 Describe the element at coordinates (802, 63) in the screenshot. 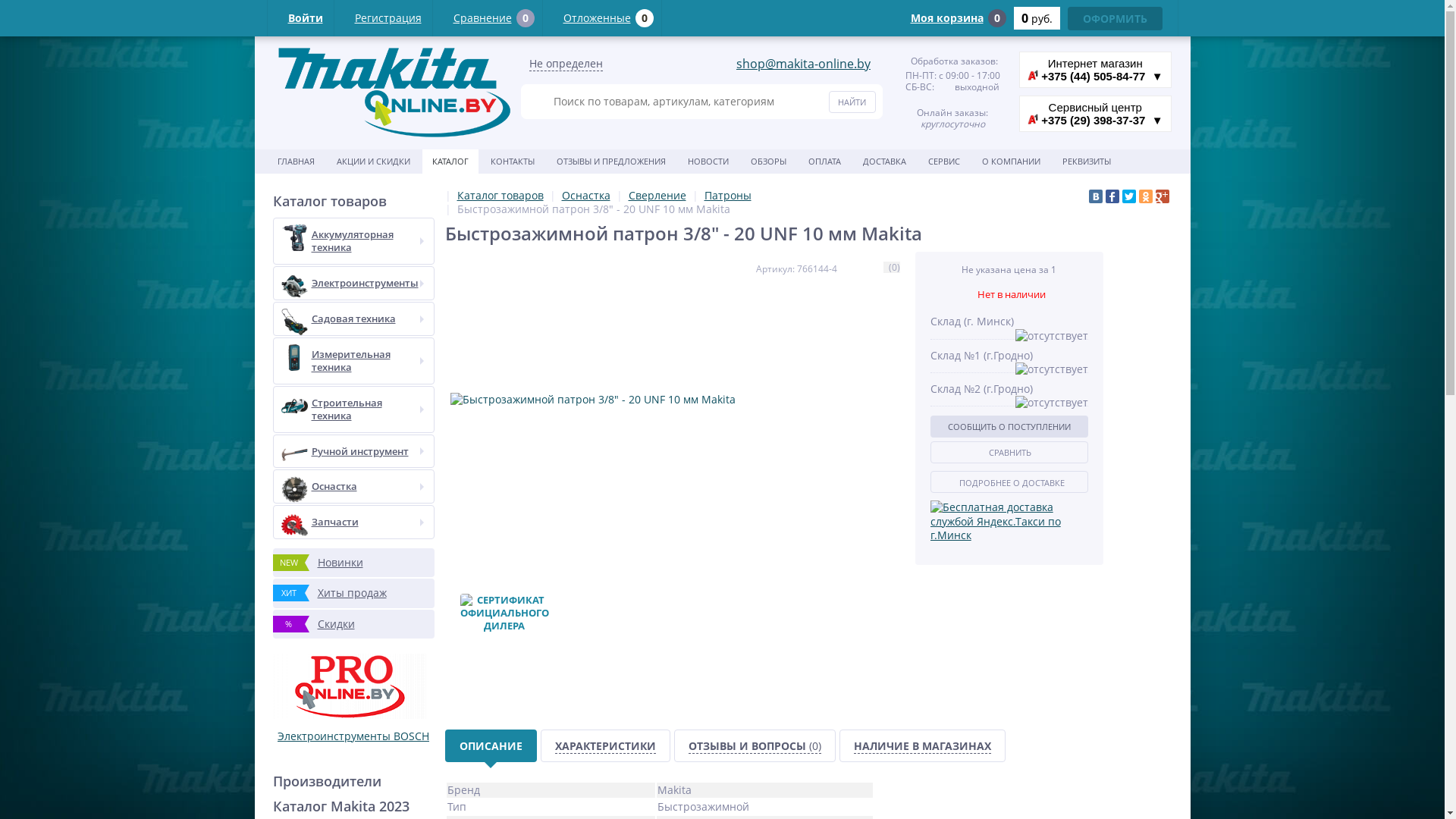

I see `'shop@makita-online.by'` at that location.